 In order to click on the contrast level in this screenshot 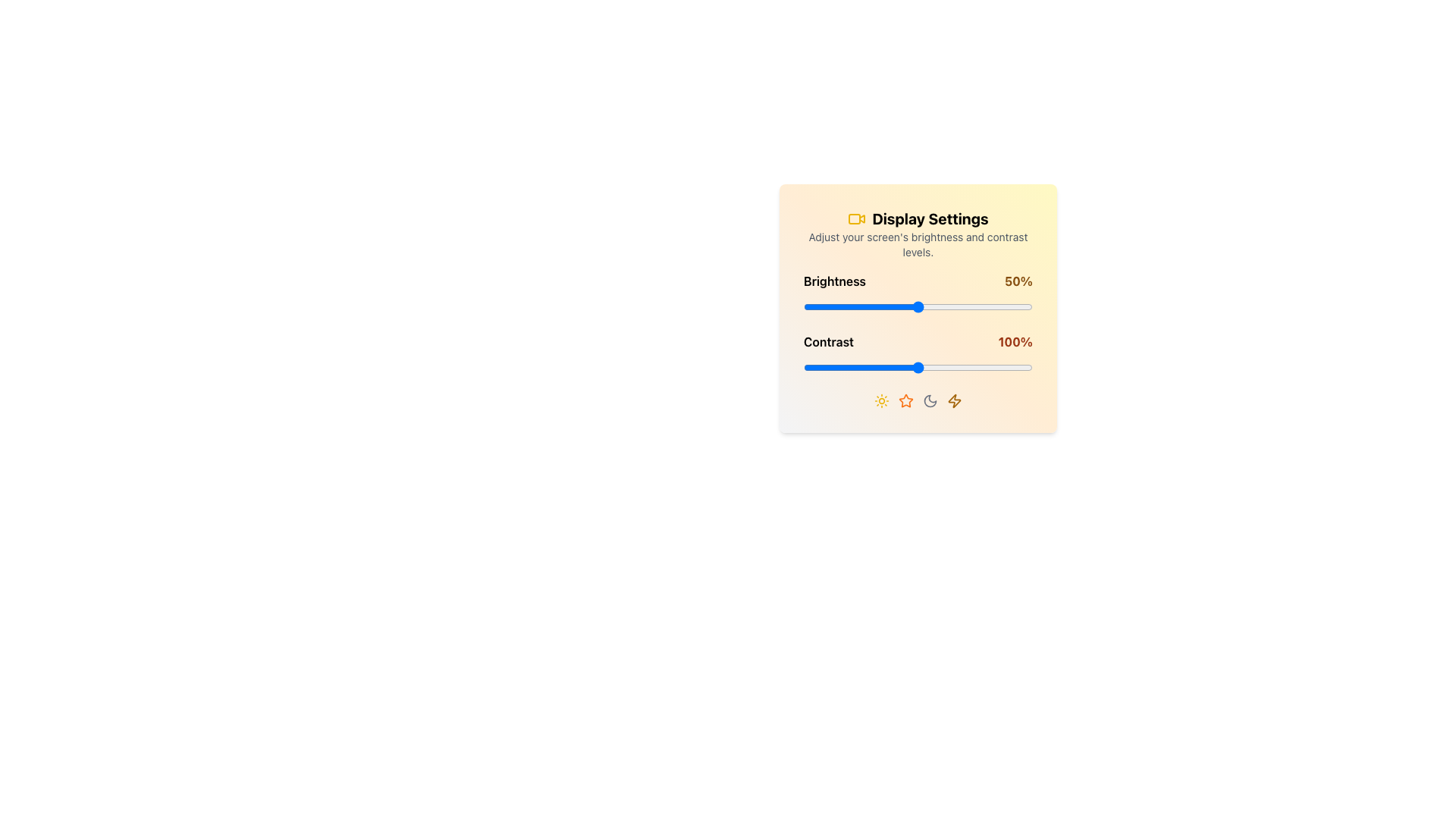, I will do `click(918, 368)`.